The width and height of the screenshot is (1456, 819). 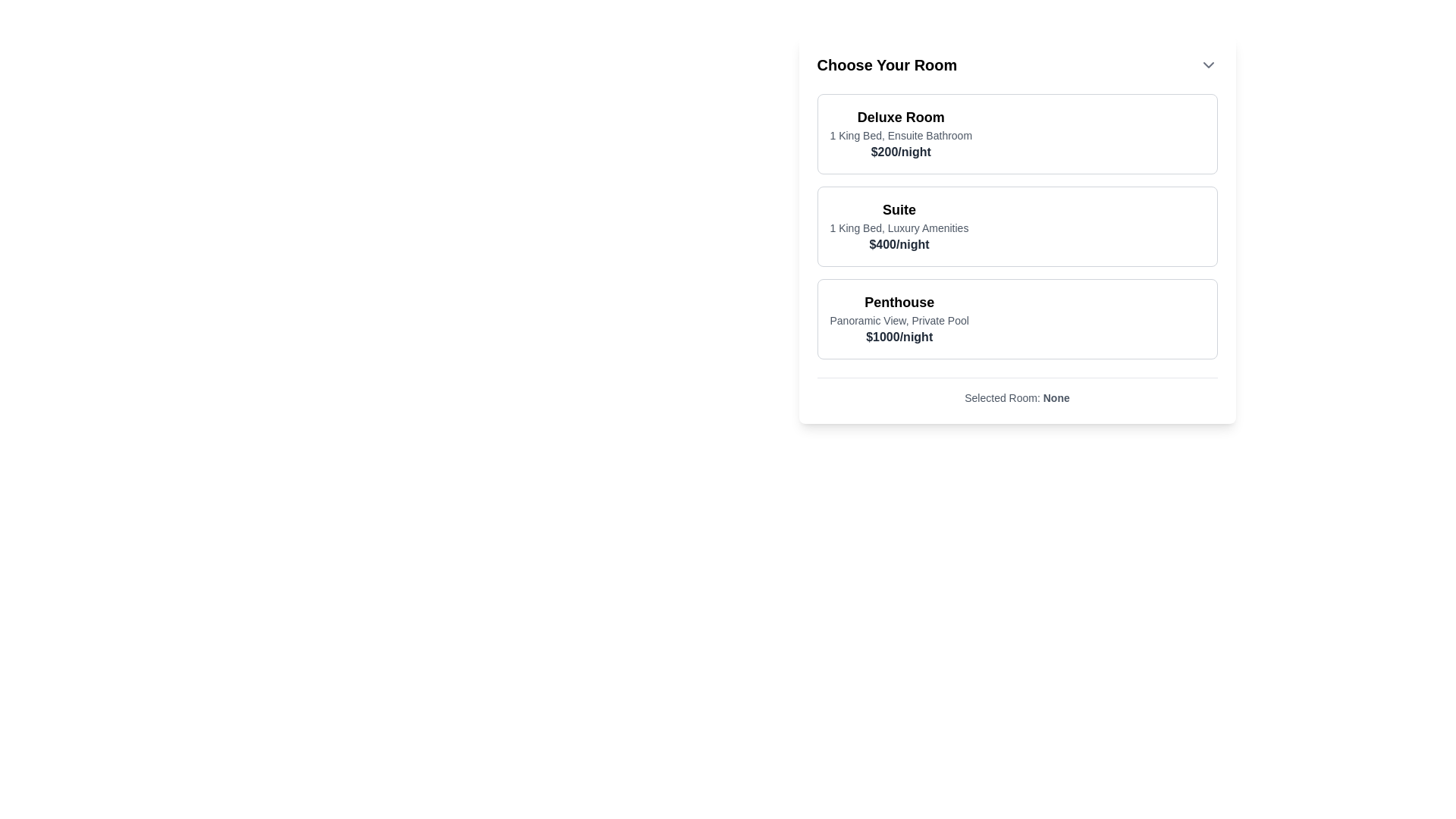 I want to click on the 'Choose Your Room' dropdown trigger, so click(x=1017, y=64).